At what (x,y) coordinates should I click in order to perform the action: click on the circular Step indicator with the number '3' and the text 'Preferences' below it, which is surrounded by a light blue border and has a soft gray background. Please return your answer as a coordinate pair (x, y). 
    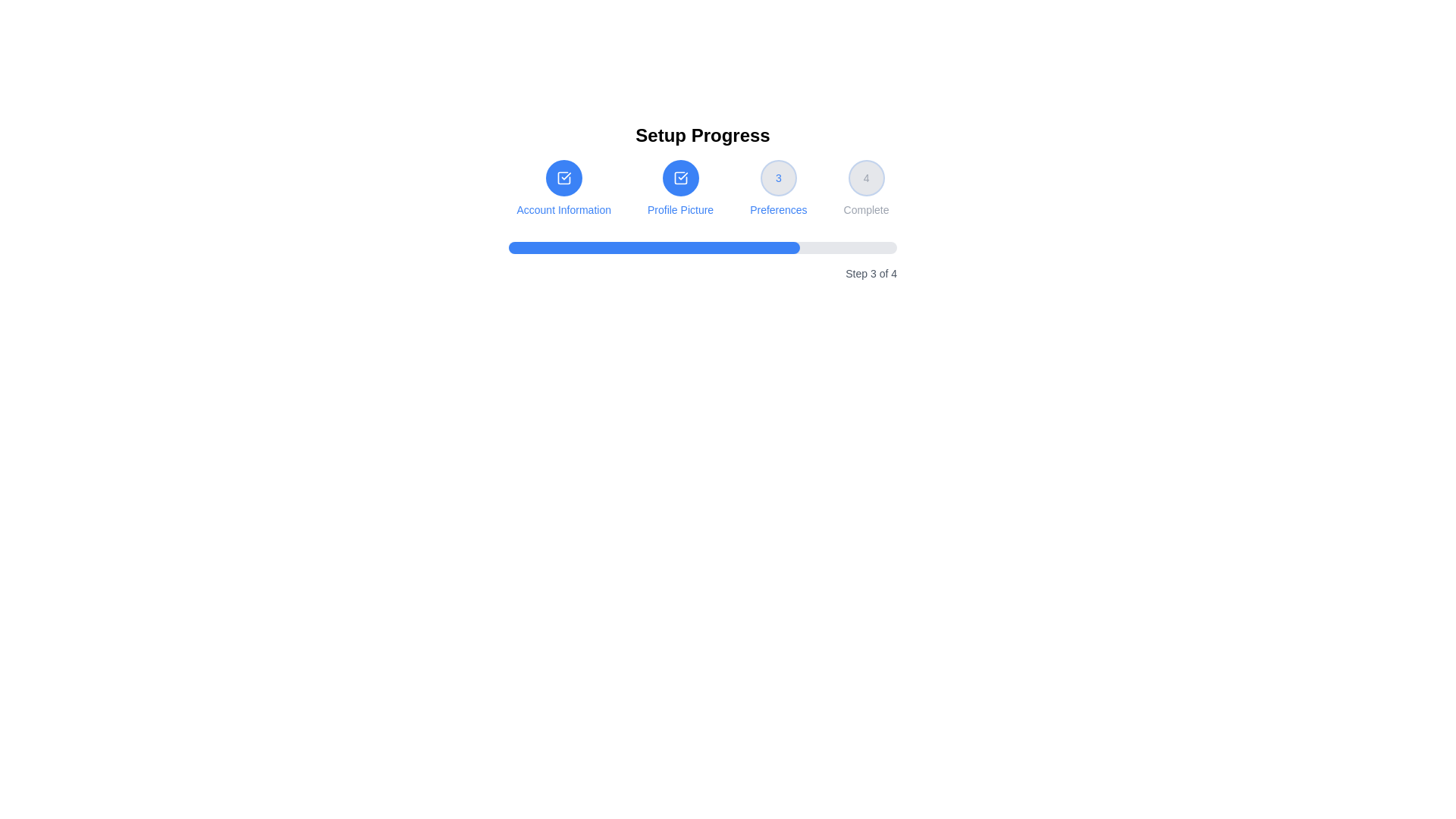
    Looking at the image, I should click on (778, 188).